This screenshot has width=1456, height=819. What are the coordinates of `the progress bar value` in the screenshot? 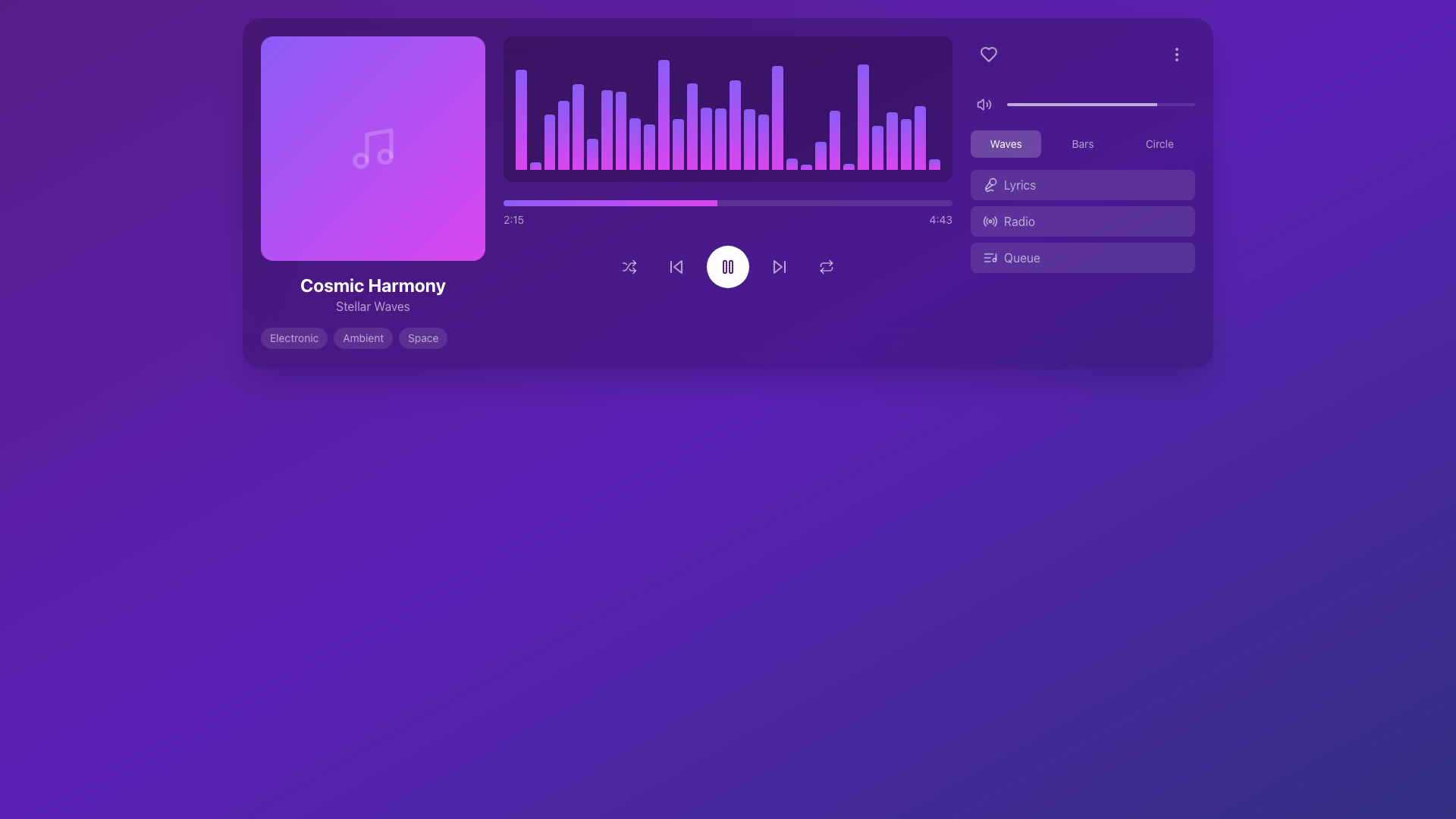 It's located at (520, 202).